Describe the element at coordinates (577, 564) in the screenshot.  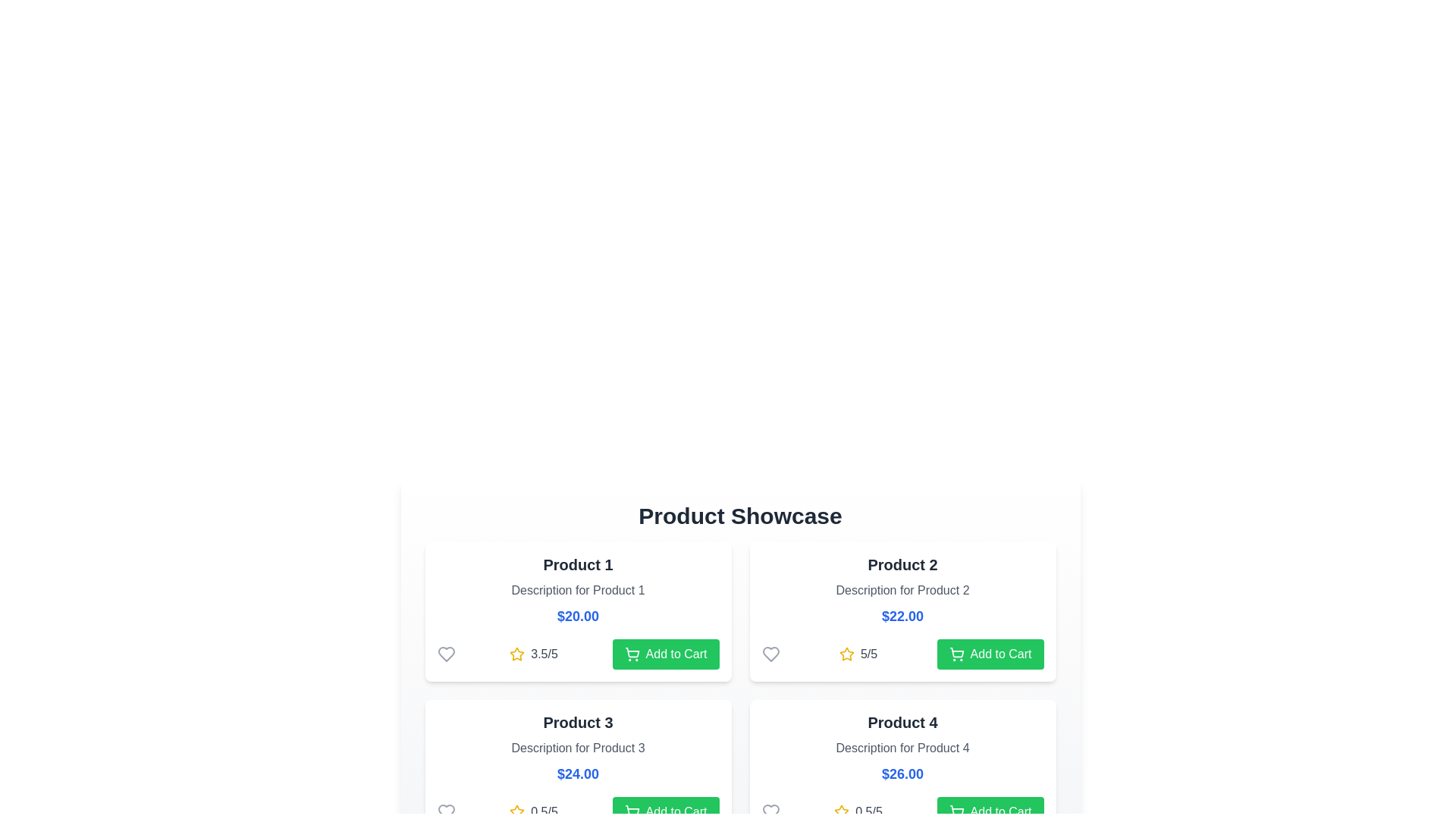
I see `the product title text label located at the top of the first product card in the 'Product Showcase', which provides key identification information` at that location.